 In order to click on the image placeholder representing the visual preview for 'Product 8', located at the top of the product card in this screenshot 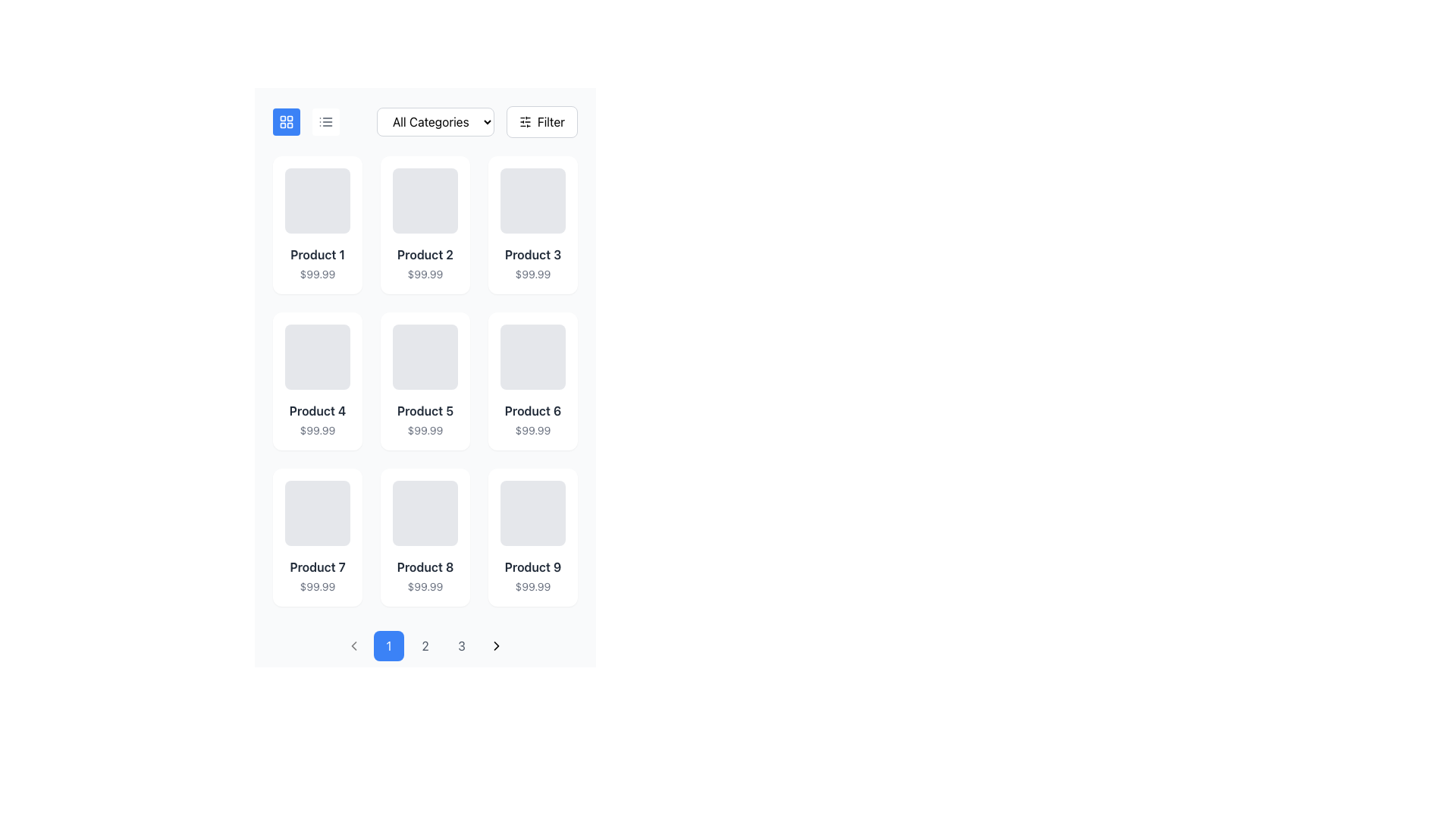, I will do `click(425, 513)`.